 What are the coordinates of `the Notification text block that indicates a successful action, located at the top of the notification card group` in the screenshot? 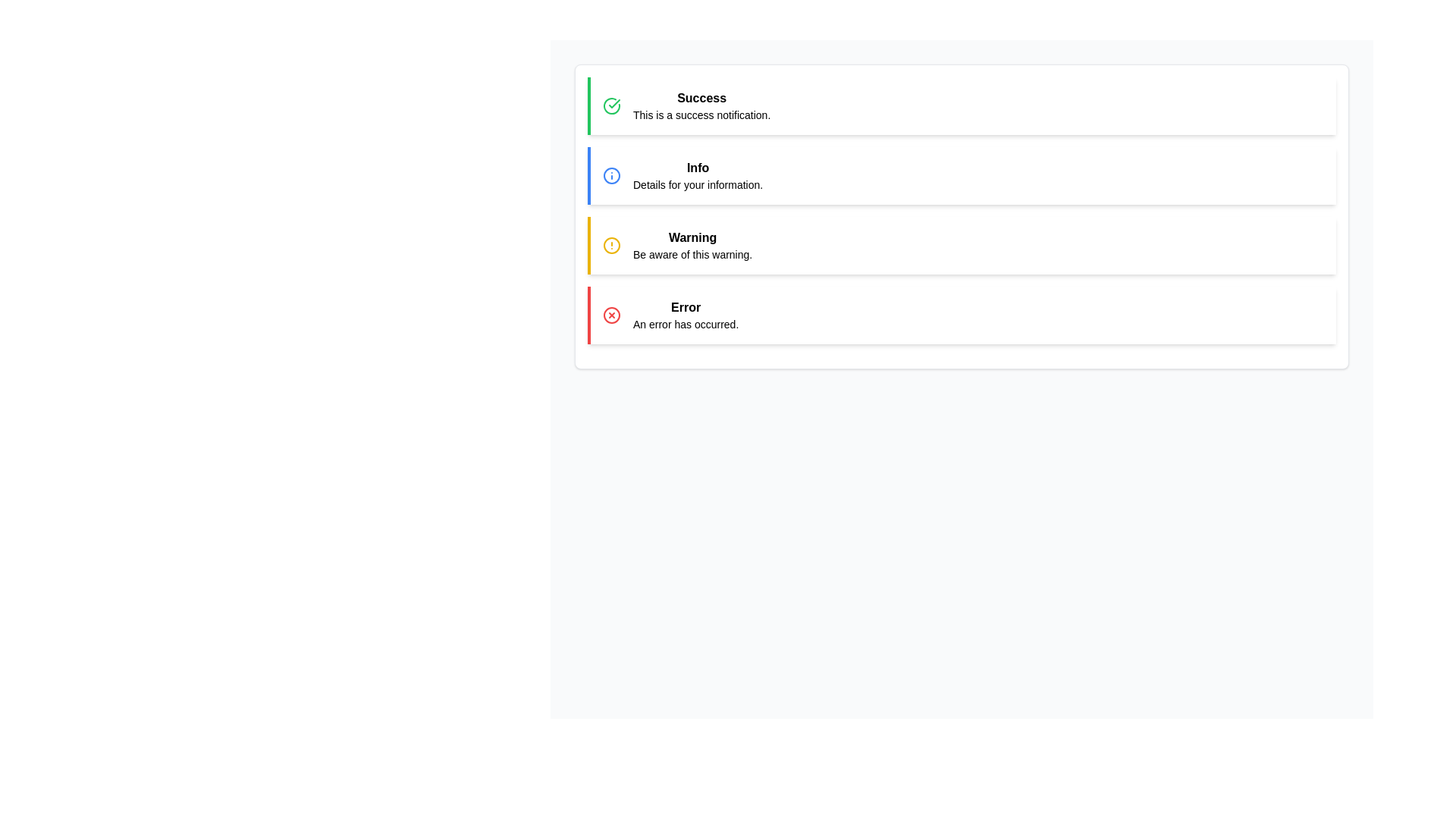 It's located at (701, 105).